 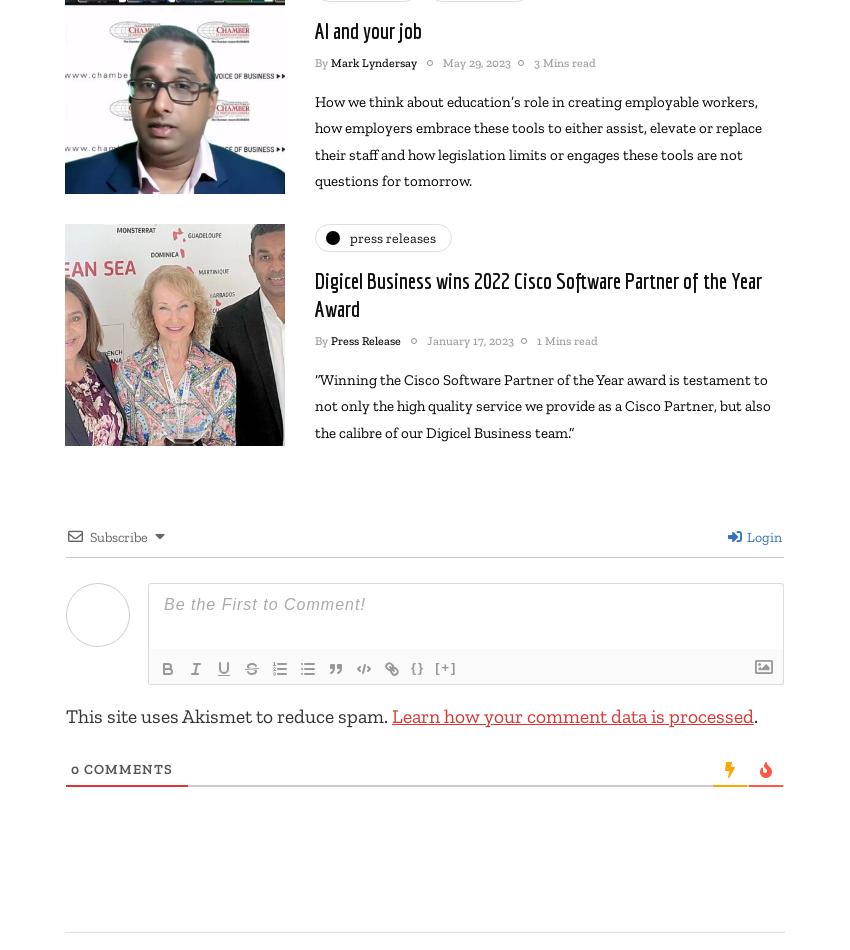 What do you see at coordinates (75, 767) in the screenshot?
I see `'0'` at bounding box center [75, 767].